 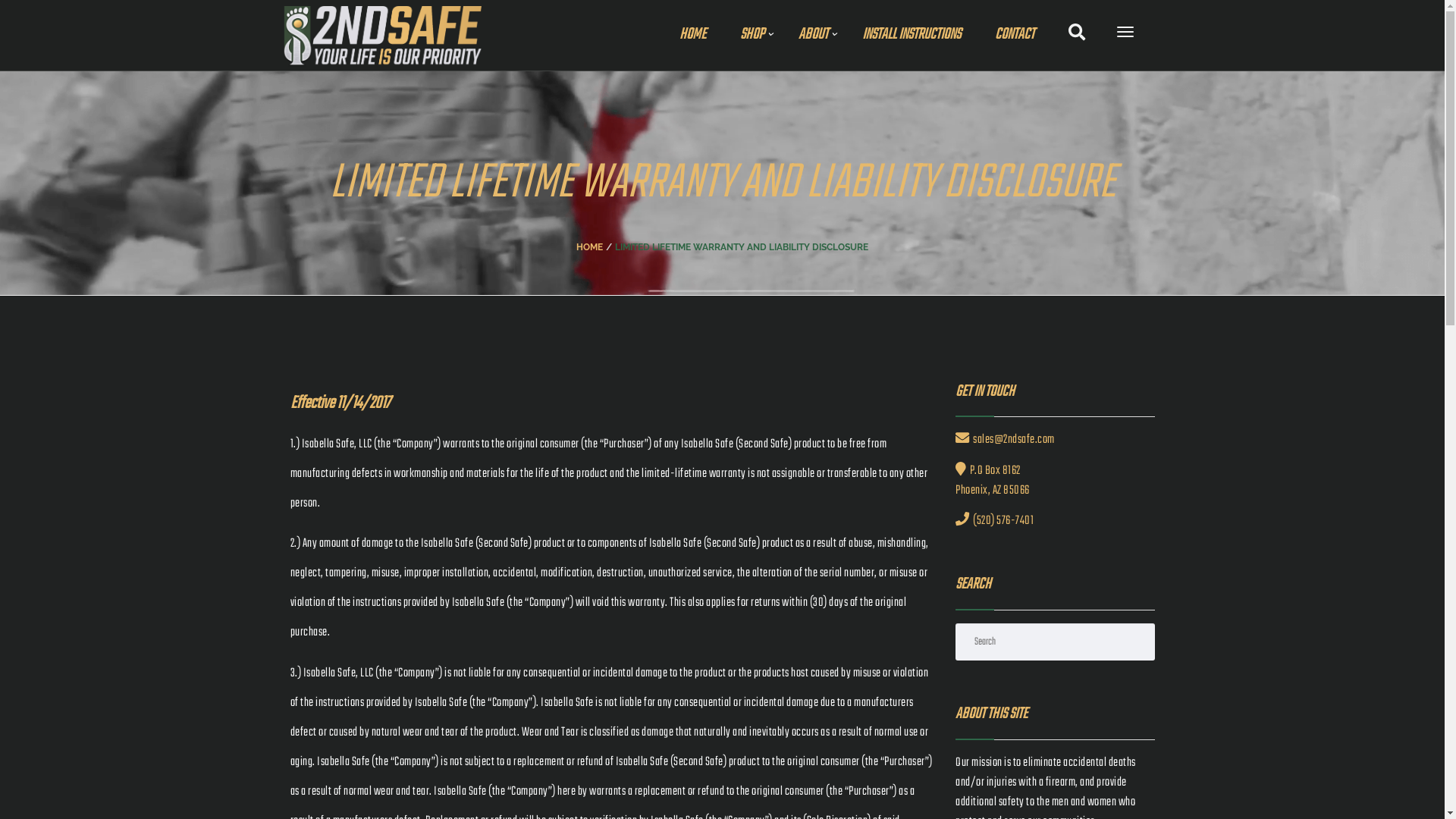 I want to click on 'CONTACT', so click(x=987, y=34).